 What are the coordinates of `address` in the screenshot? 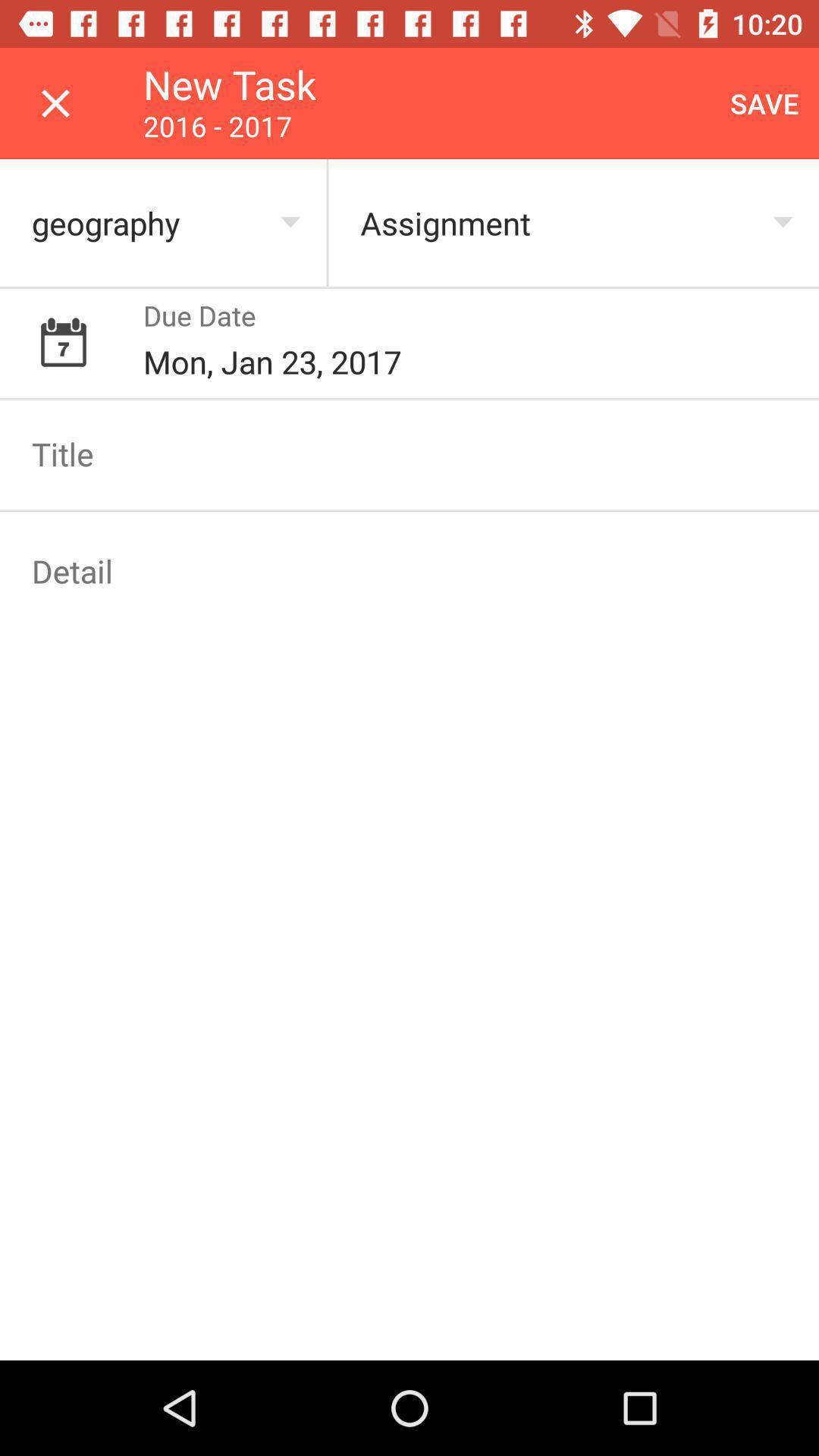 It's located at (409, 570).